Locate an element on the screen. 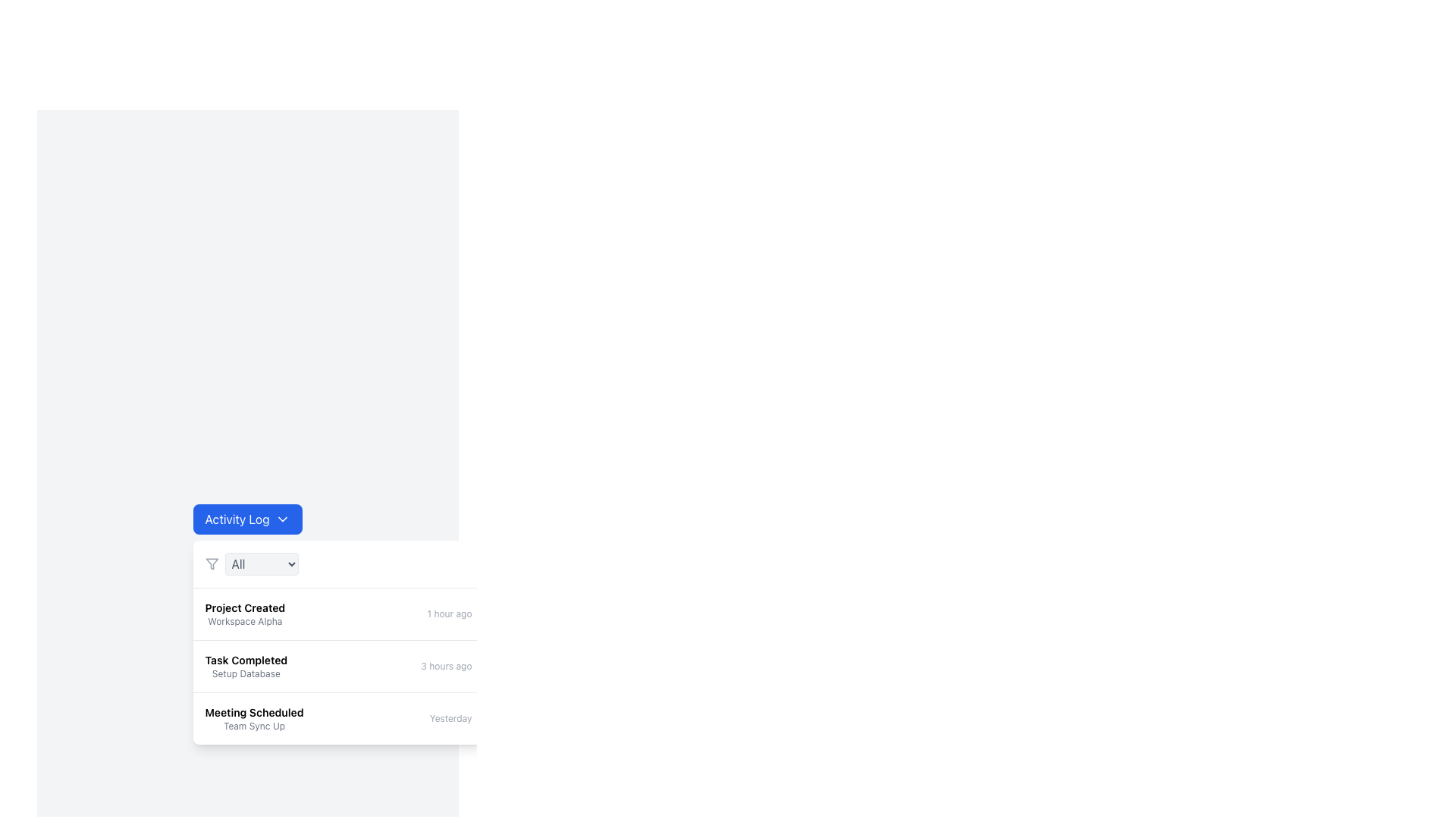 This screenshot has width=1456, height=819. the first text label in the activity log list indicating the creation of a project, located under the 'Activity Log' button is located at coordinates (245, 607).